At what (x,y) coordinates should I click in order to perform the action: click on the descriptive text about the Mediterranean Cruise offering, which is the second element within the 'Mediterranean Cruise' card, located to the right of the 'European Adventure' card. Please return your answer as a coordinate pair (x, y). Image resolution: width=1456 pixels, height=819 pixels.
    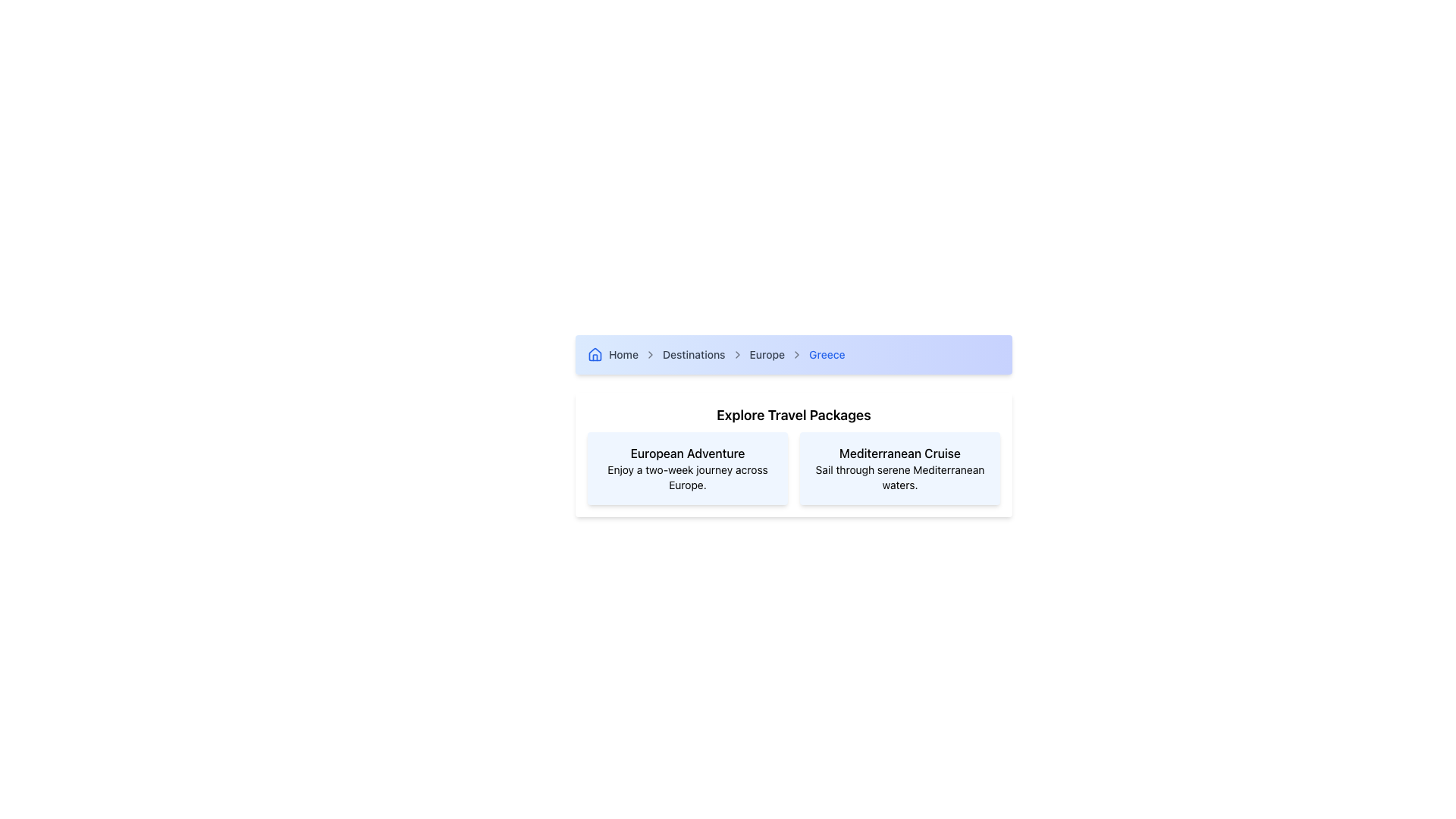
    Looking at the image, I should click on (899, 476).